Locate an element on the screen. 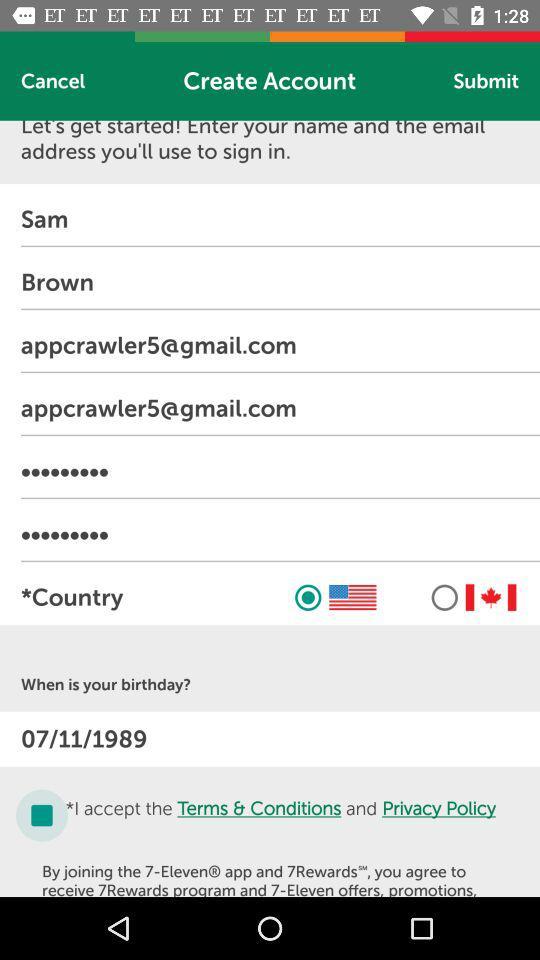 This screenshot has width=540, height=960. the check box icon to accept terms and conditions is located at coordinates (42, 816).